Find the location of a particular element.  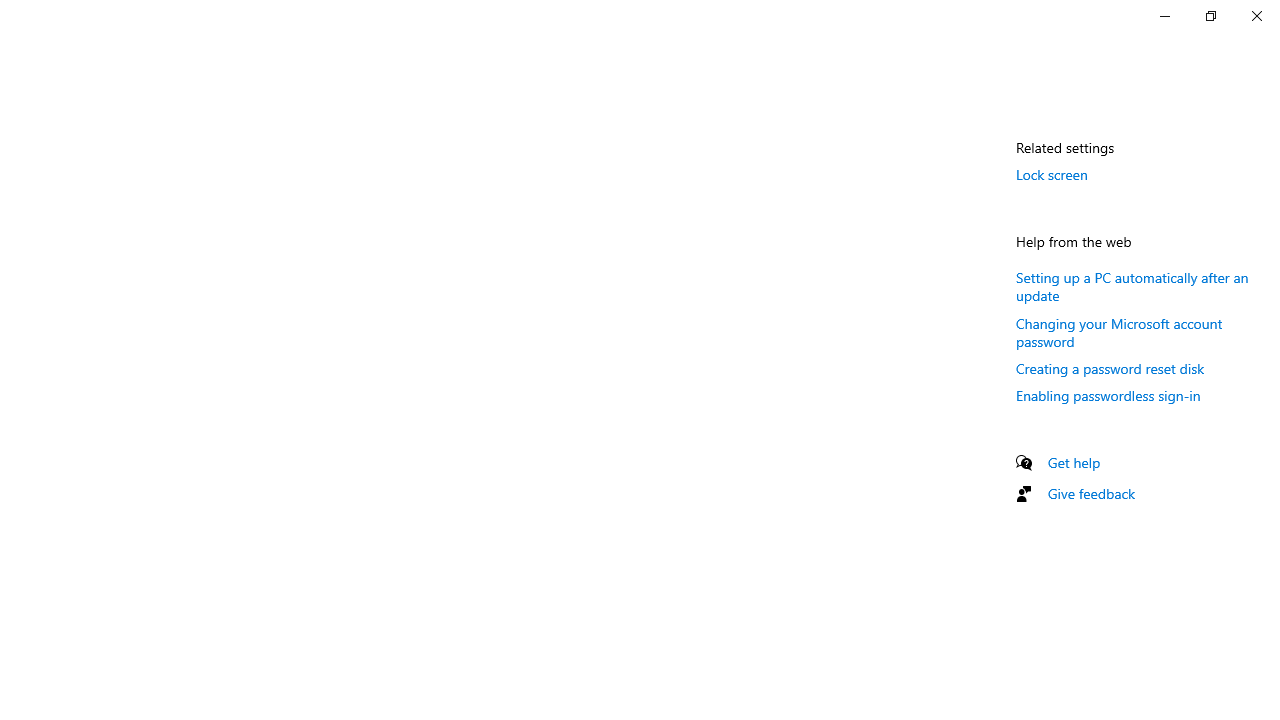

'Restore Settings' is located at coordinates (1209, 15).